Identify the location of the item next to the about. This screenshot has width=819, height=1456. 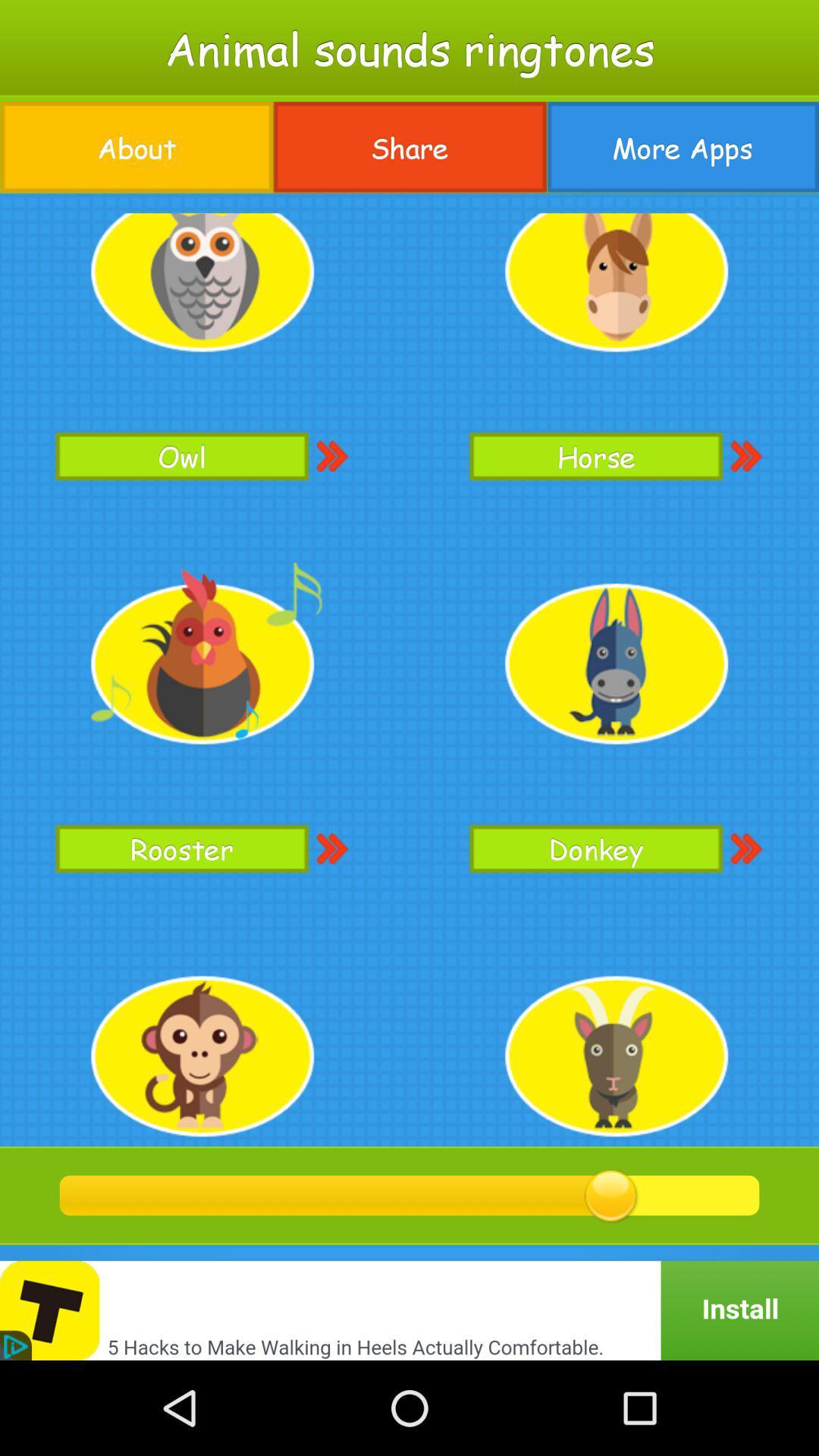
(409, 147).